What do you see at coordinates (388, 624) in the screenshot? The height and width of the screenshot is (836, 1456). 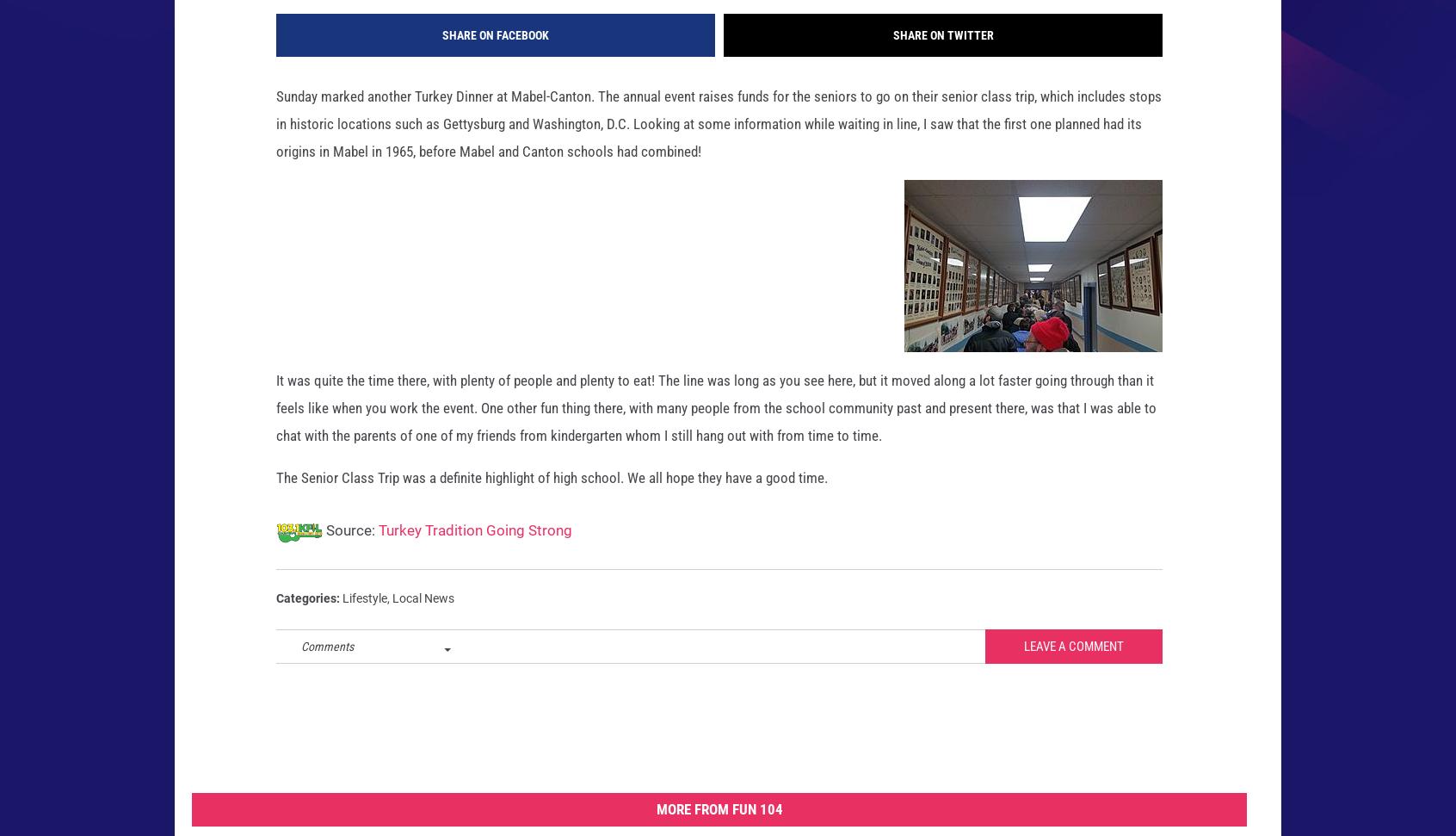 I see `','` at bounding box center [388, 624].